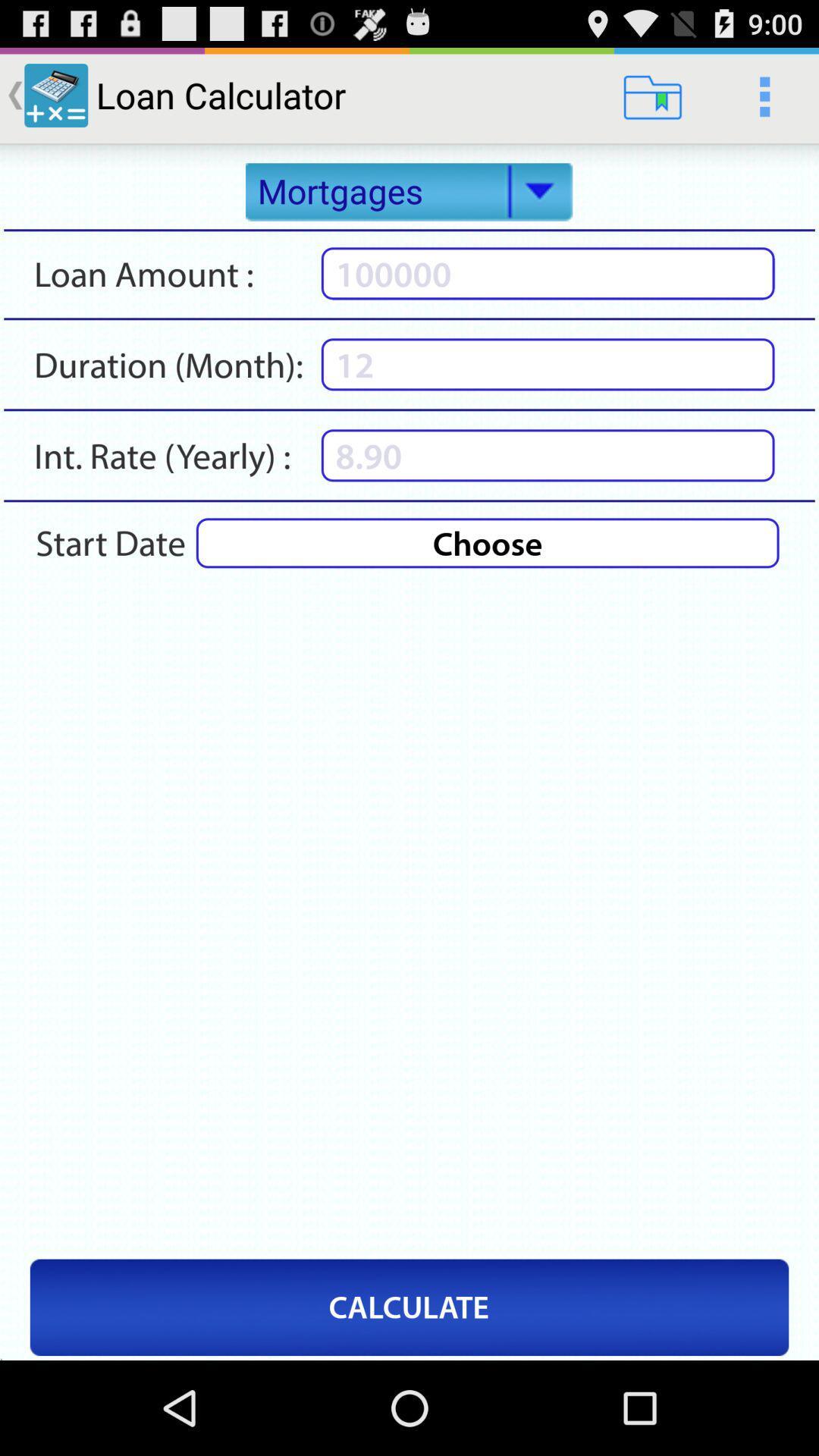 The image size is (819, 1456). What do you see at coordinates (548, 364) in the screenshot?
I see `input month duration` at bounding box center [548, 364].